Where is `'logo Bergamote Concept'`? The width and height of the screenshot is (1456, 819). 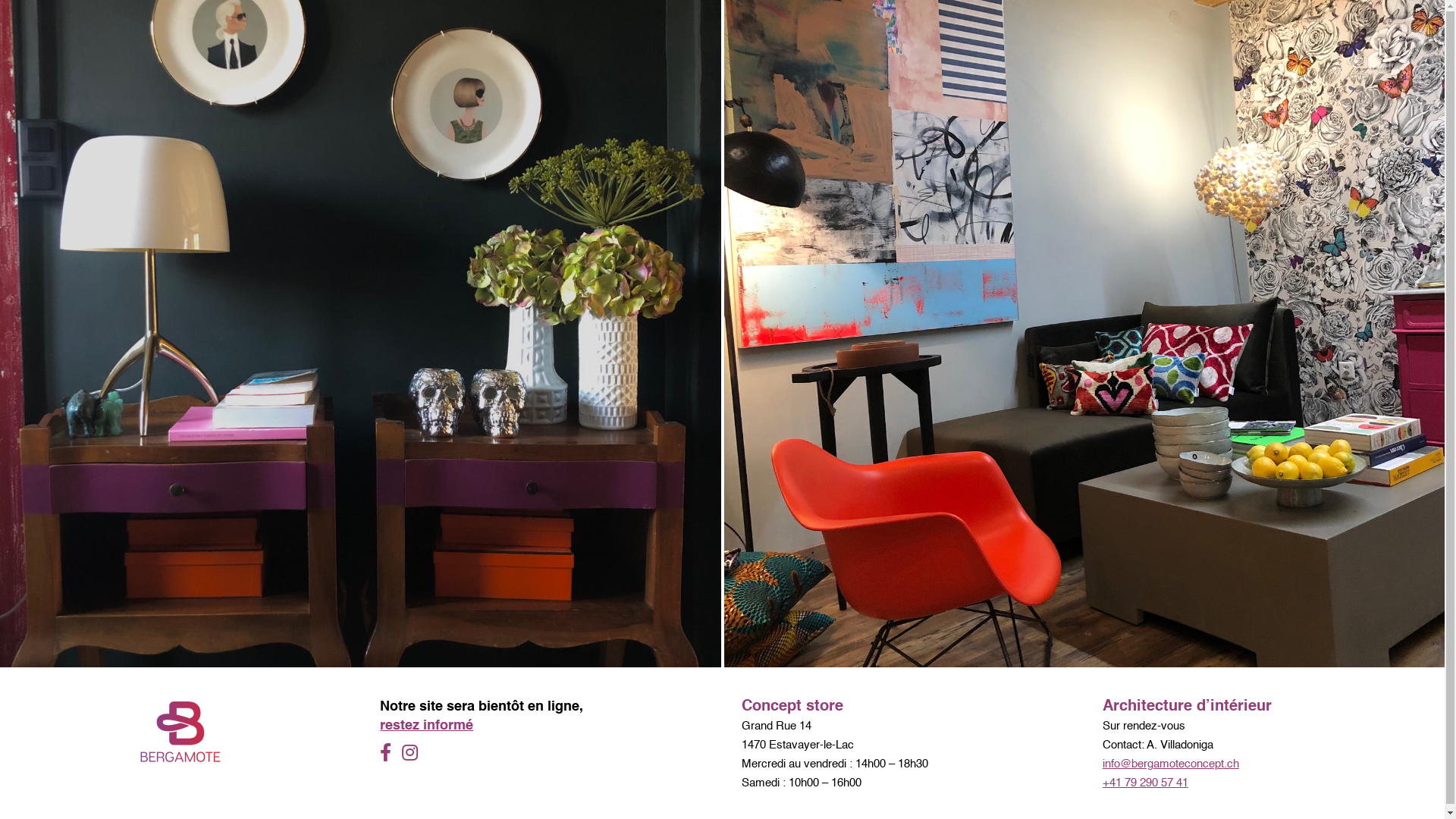
'logo Bergamote Concept' is located at coordinates (180, 730).